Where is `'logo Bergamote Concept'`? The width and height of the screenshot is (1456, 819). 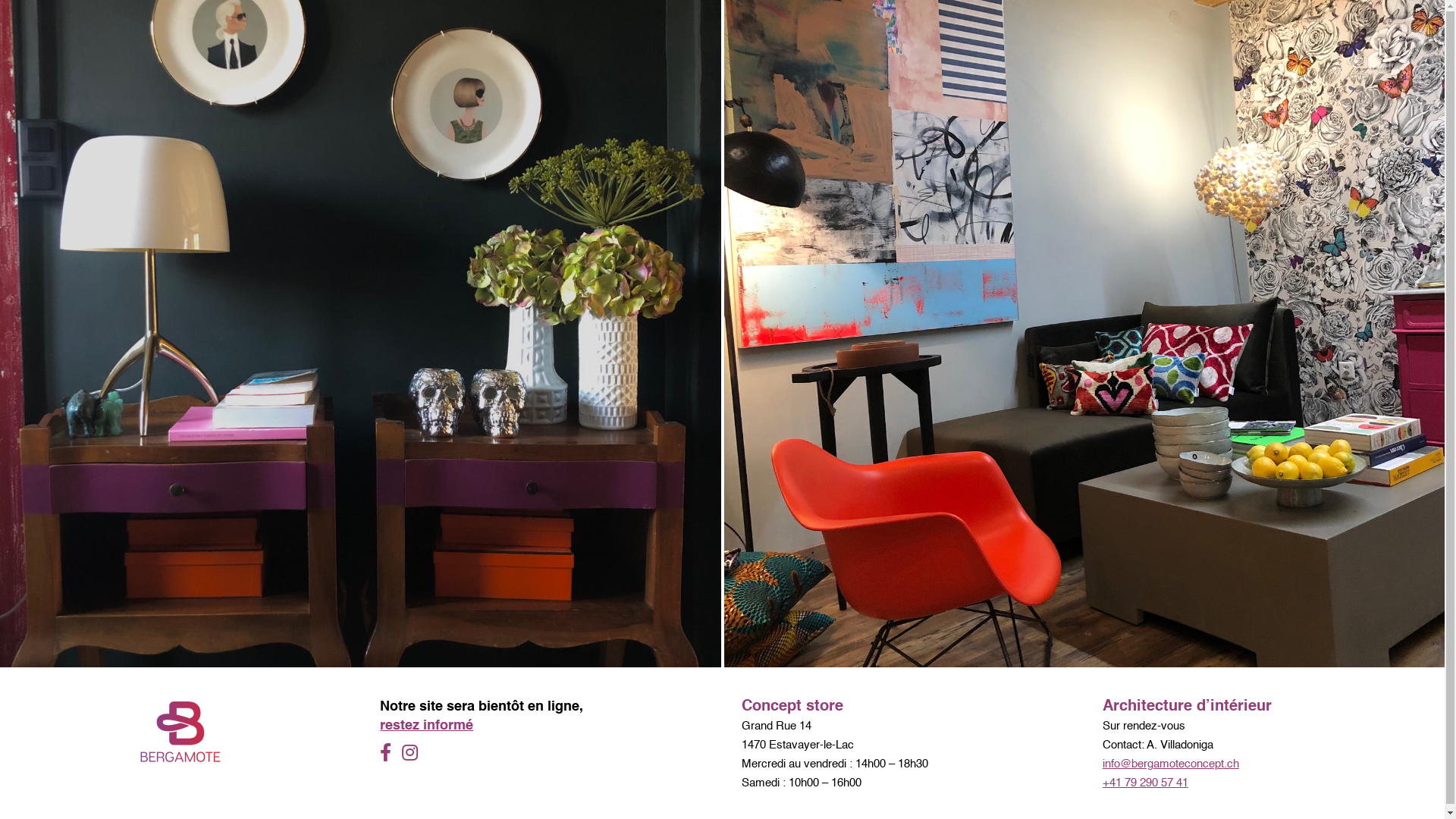
'logo Bergamote Concept' is located at coordinates (180, 730).